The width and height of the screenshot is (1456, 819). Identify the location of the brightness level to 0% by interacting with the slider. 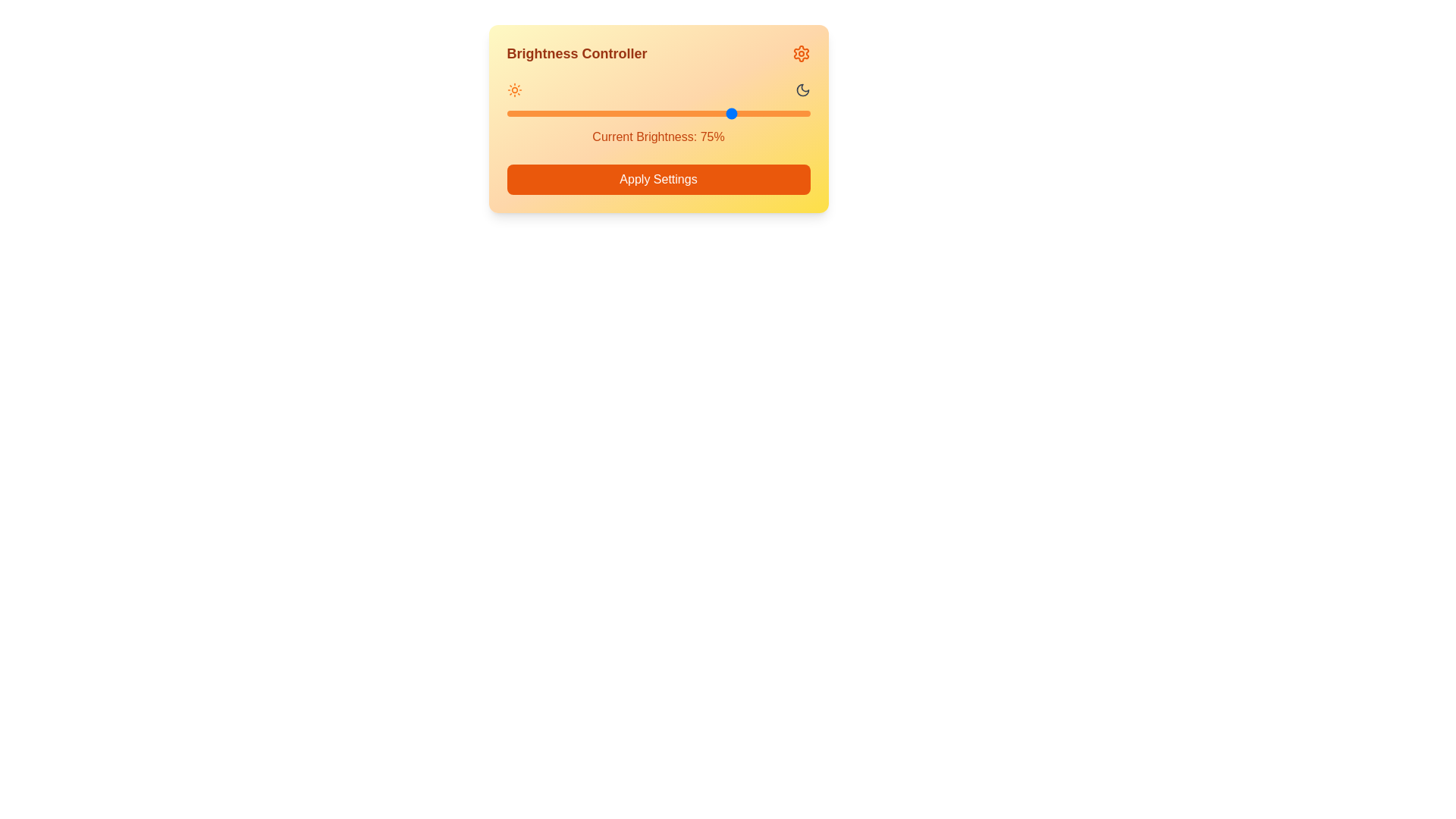
(507, 113).